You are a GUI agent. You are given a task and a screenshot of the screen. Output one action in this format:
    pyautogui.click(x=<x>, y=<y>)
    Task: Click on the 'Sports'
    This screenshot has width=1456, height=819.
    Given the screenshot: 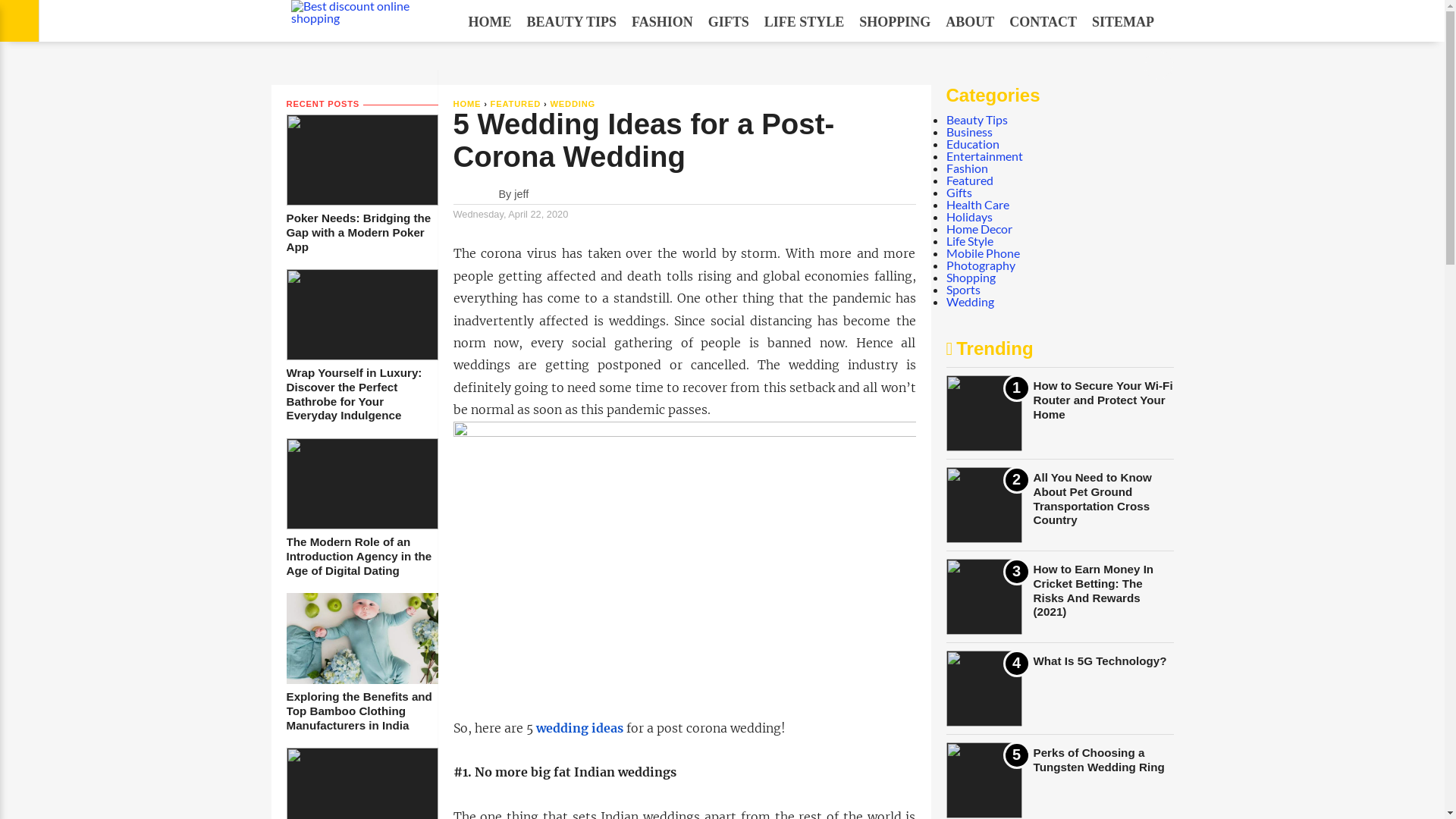 What is the action you would take?
    pyautogui.click(x=962, y=289)
    